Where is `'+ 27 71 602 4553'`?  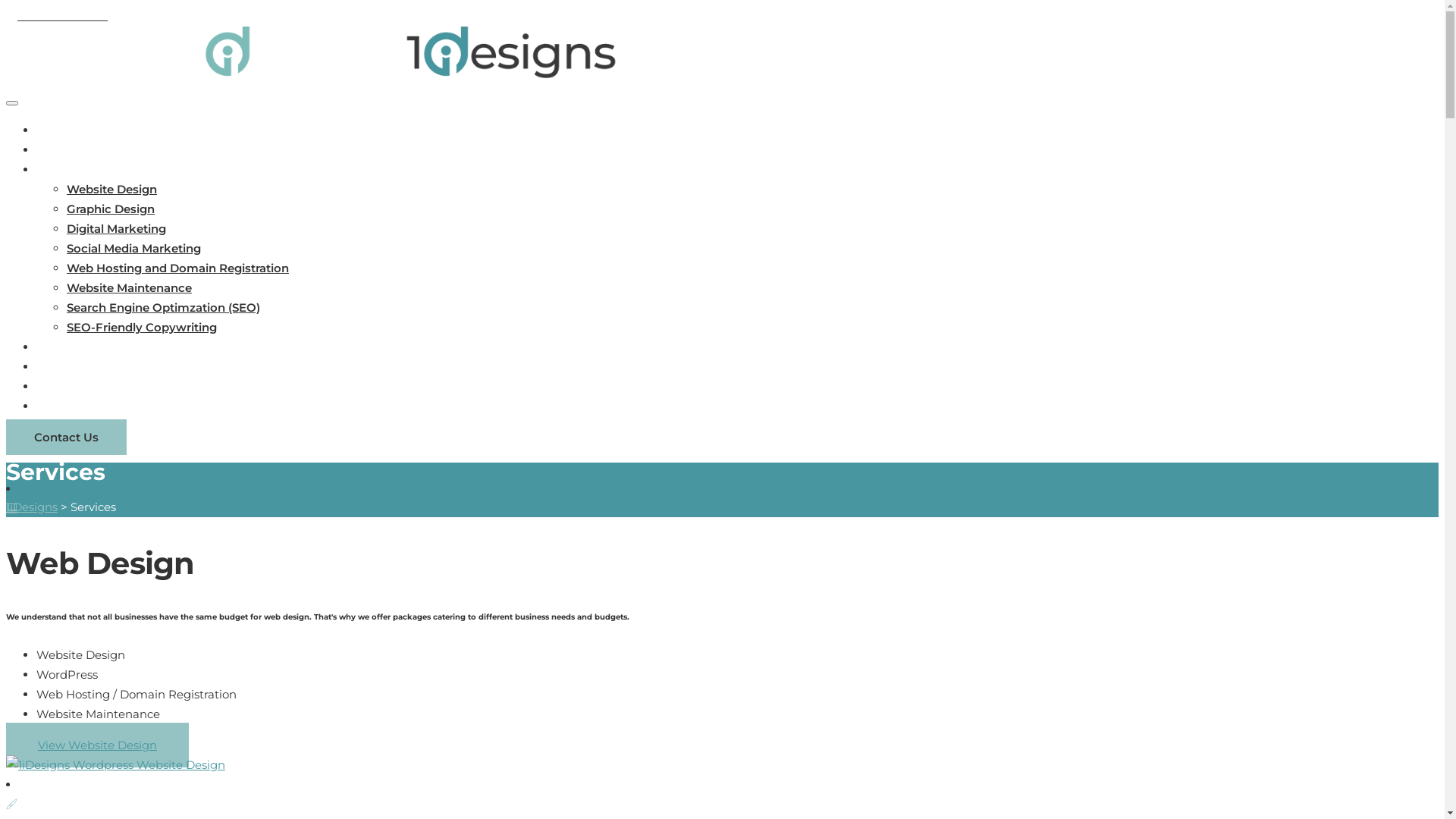 '+ 27 71 602 4553' is located at coordinates (57, 15).